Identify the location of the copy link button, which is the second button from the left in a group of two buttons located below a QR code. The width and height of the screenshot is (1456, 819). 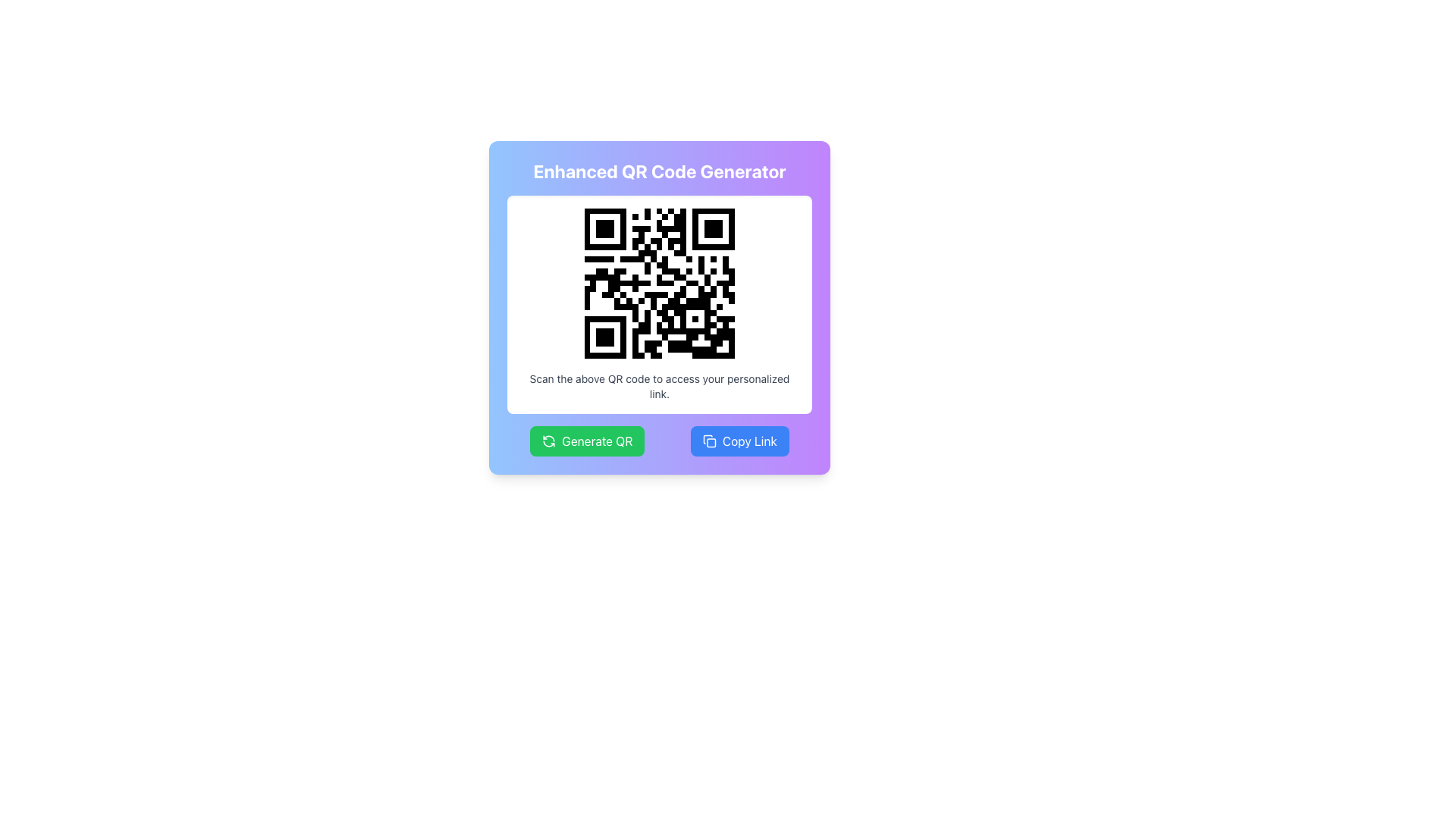
(739, 441).